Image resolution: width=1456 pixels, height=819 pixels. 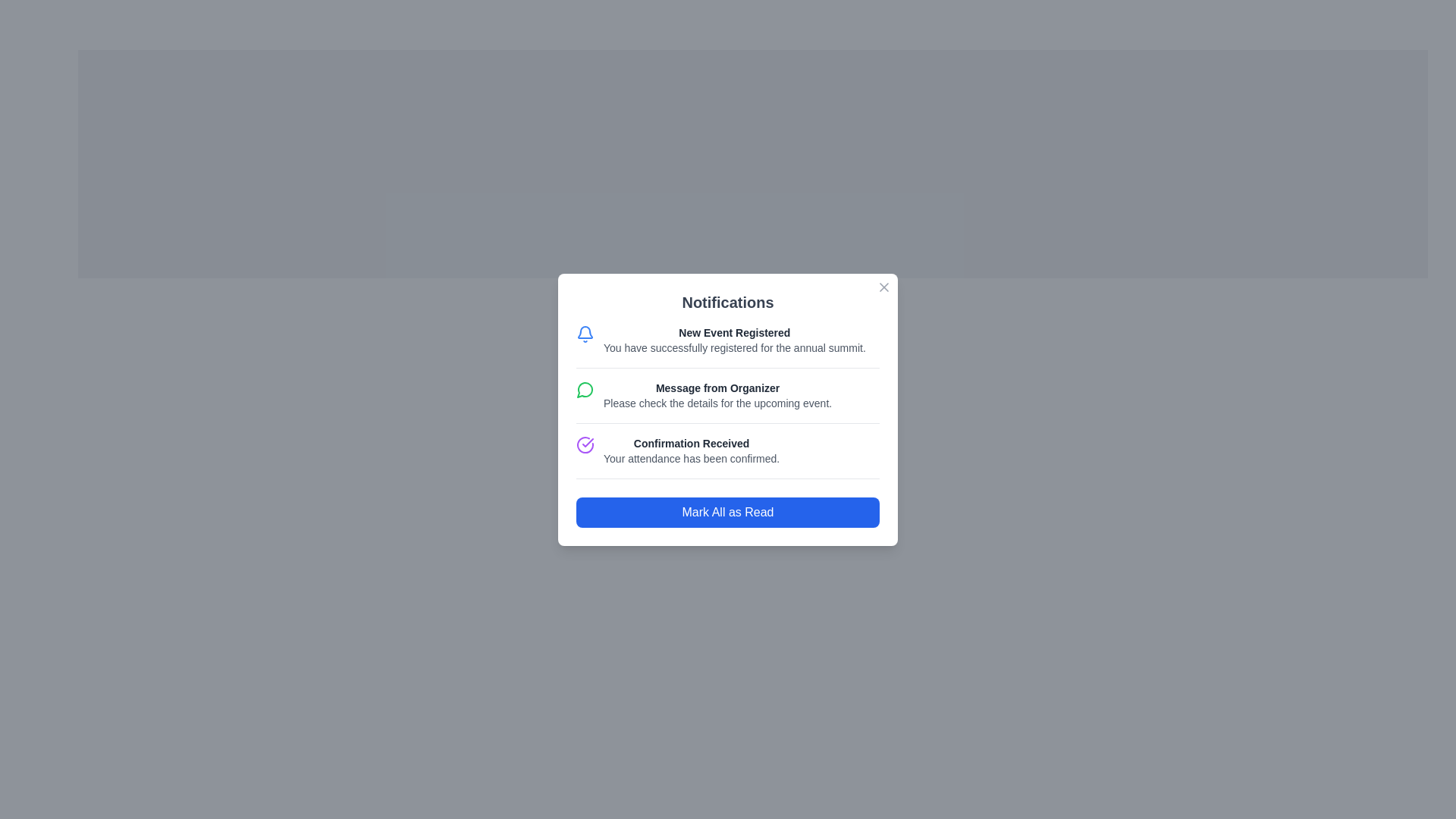 I want to click on the static text that reads 'Please check the details for the upcoming event' located below the bold title 'Message from Organizer' in the notification card, so click(x=717, y=402).